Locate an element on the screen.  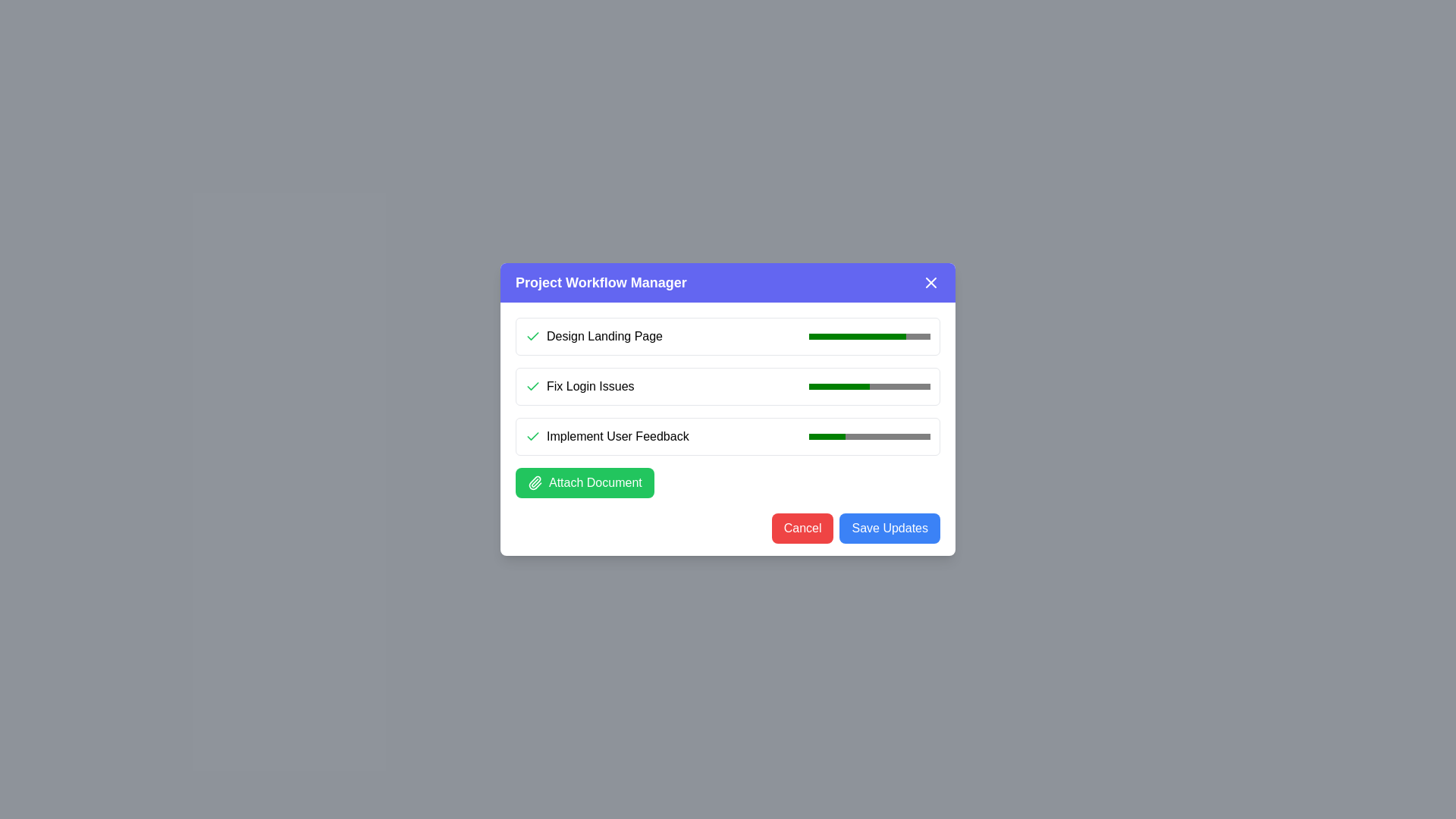
the status of the Task indicator element labeled 'Implement User Feedback', which is visually represented with a green checkmark icon, indicating its completion status is located at coordinates (607, 436).